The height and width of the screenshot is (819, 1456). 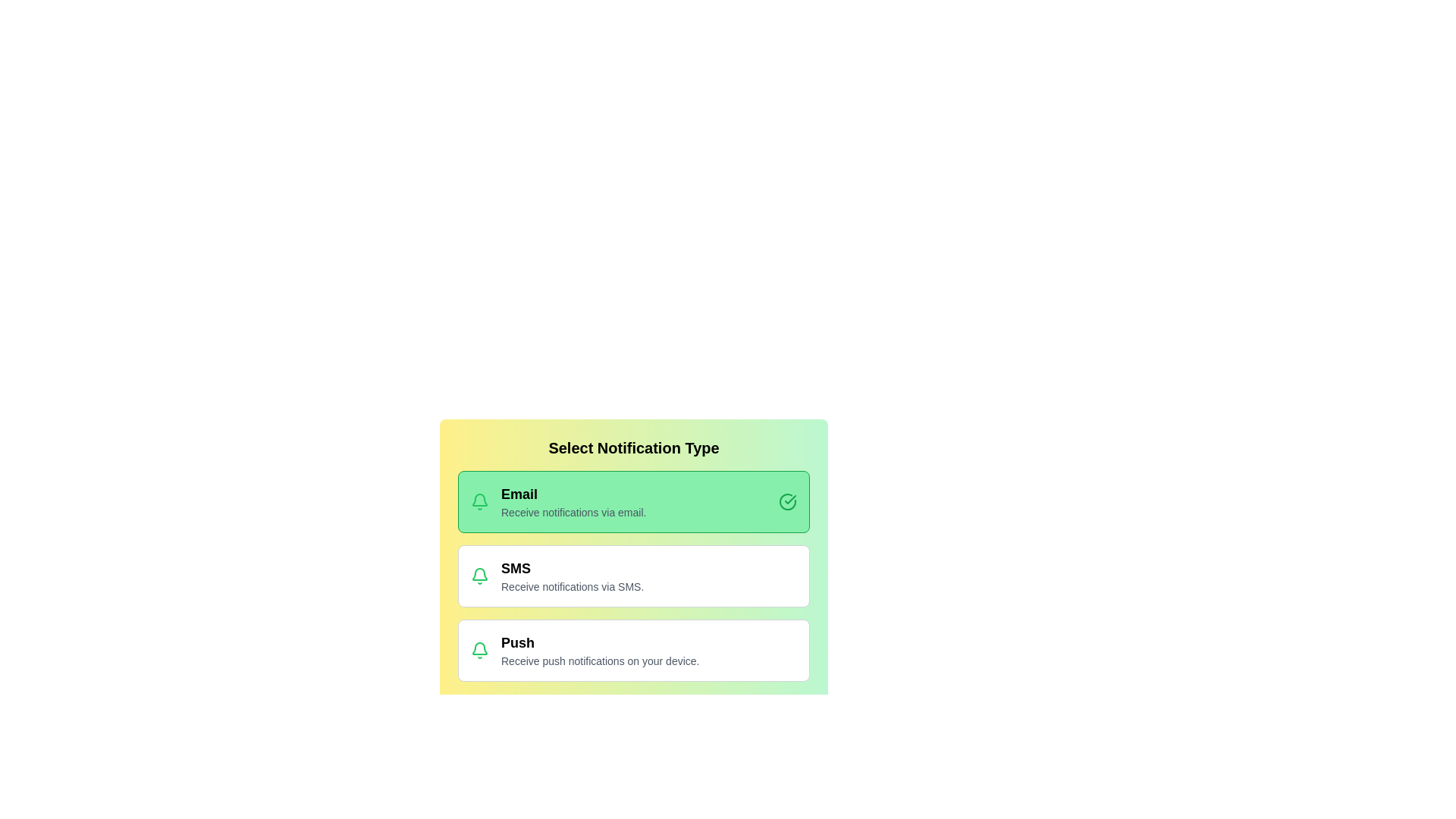 What do you see at coordinates (633, 649) in the screenshot?
I see `the 'Push' notifications button, which is the third option in a vertical list of notification preferences located below 'Email' and 'SMS'` at bounding box center [633, 649].